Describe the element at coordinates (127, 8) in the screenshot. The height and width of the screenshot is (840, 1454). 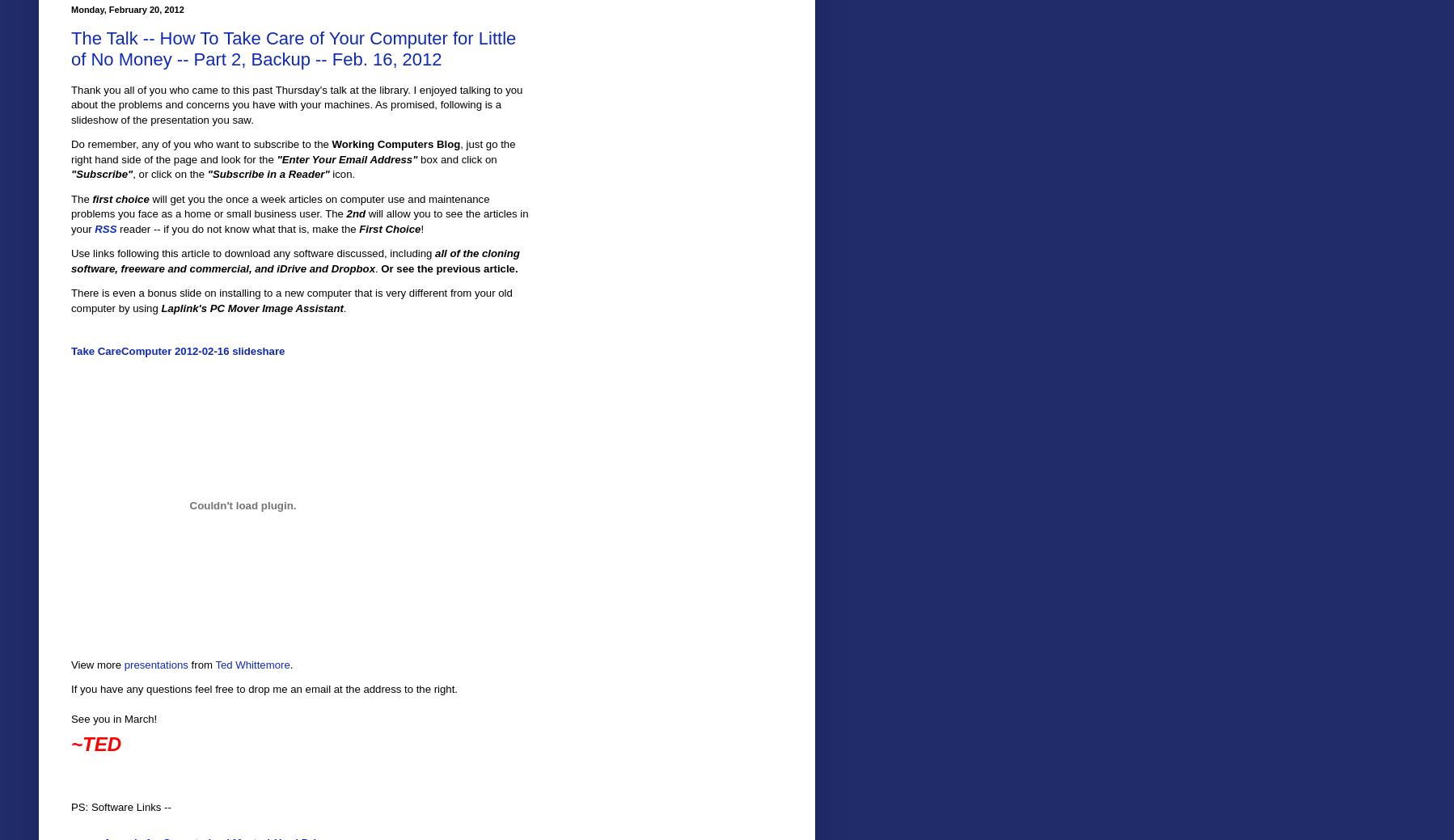
I see `'Monday, February 20, 2012'` at that location.